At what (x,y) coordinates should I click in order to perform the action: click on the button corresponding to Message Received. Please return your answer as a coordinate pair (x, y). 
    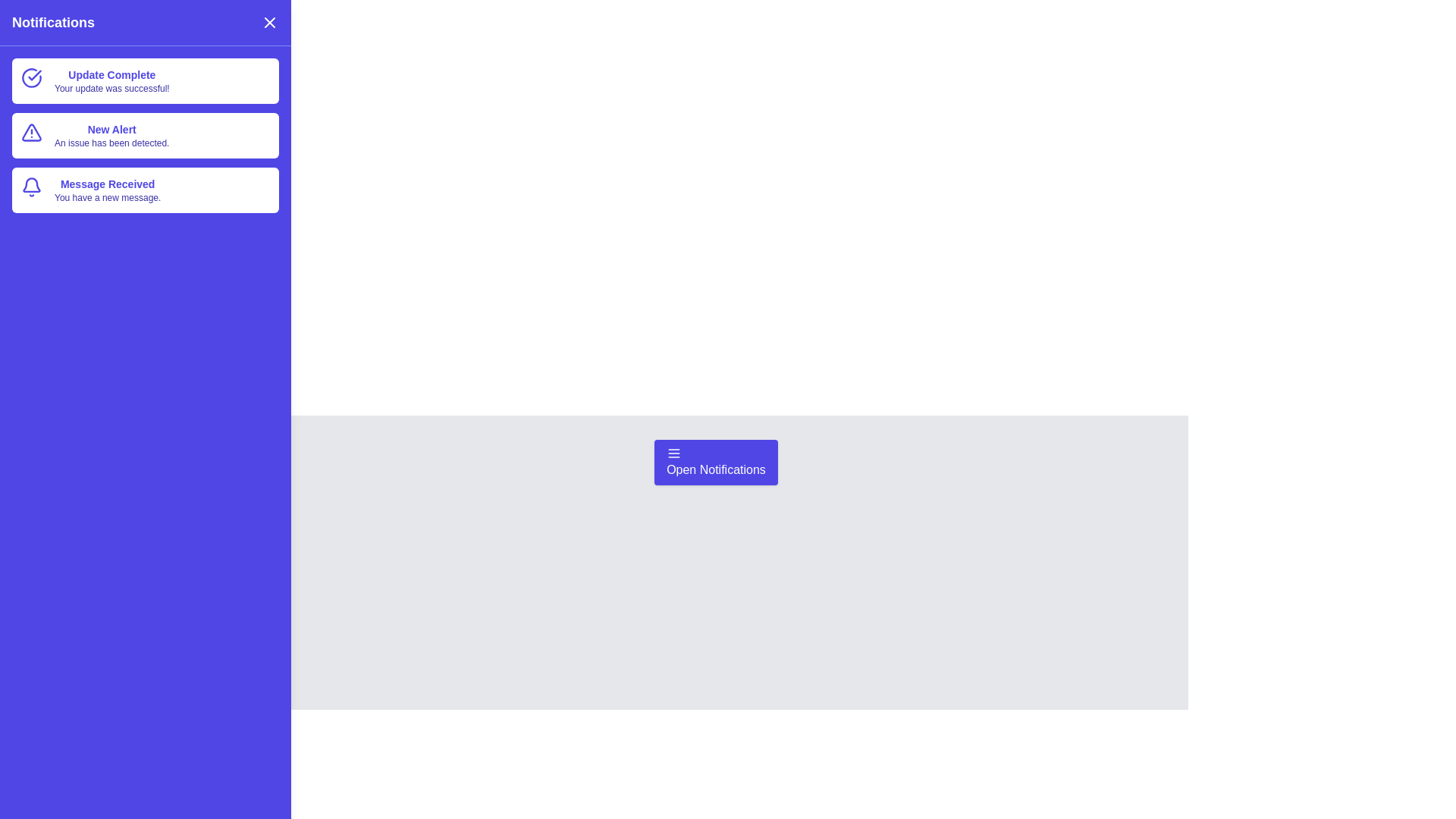
    Looking at the image, I should click on (146, 189).